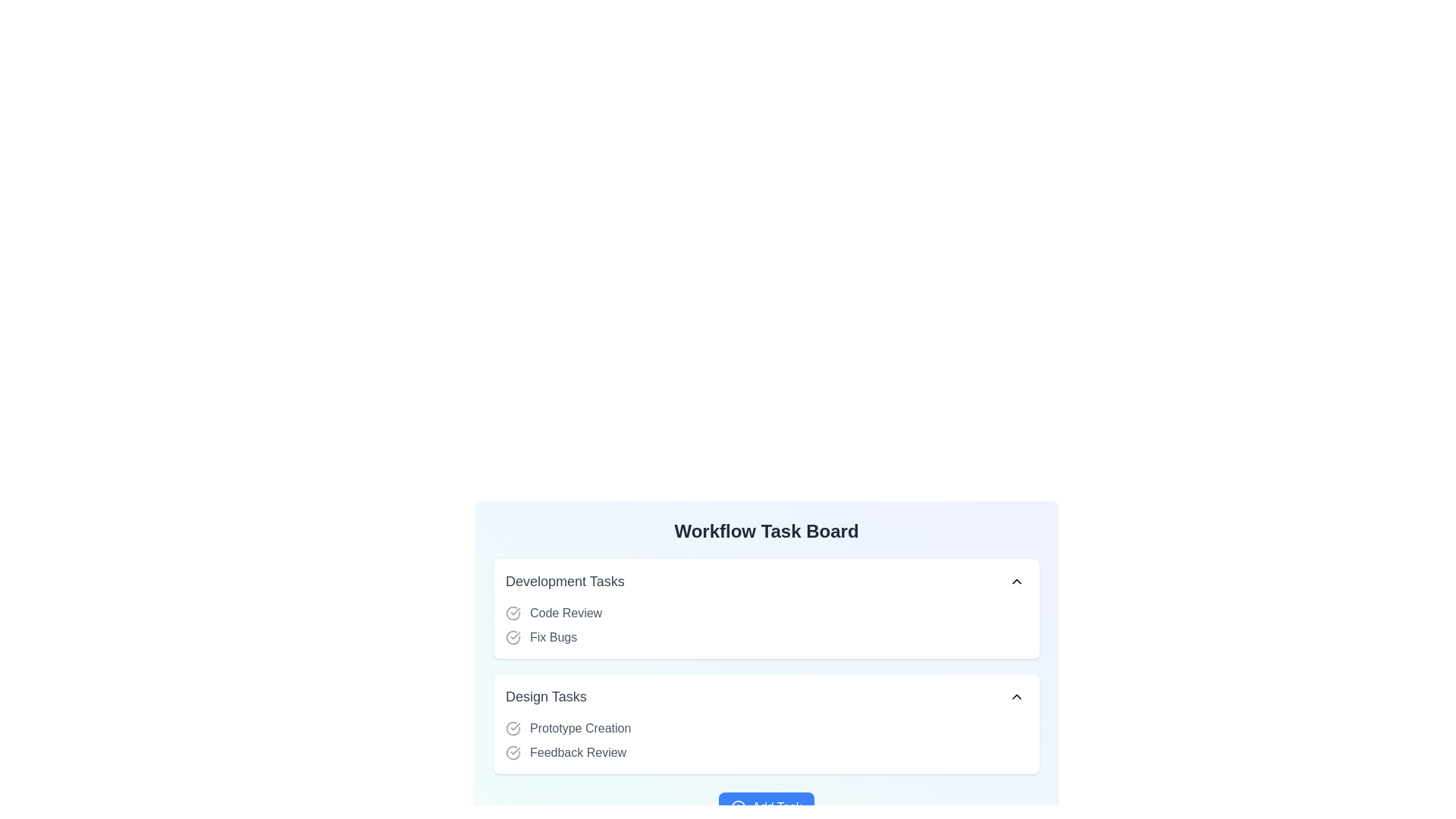 This screenshot has height=819, width=1456. Describe the element at coordinates (1016, 581) in the screenshot. I see `the icon button located at the far-right of the 'Development Tasks' section` at that location.